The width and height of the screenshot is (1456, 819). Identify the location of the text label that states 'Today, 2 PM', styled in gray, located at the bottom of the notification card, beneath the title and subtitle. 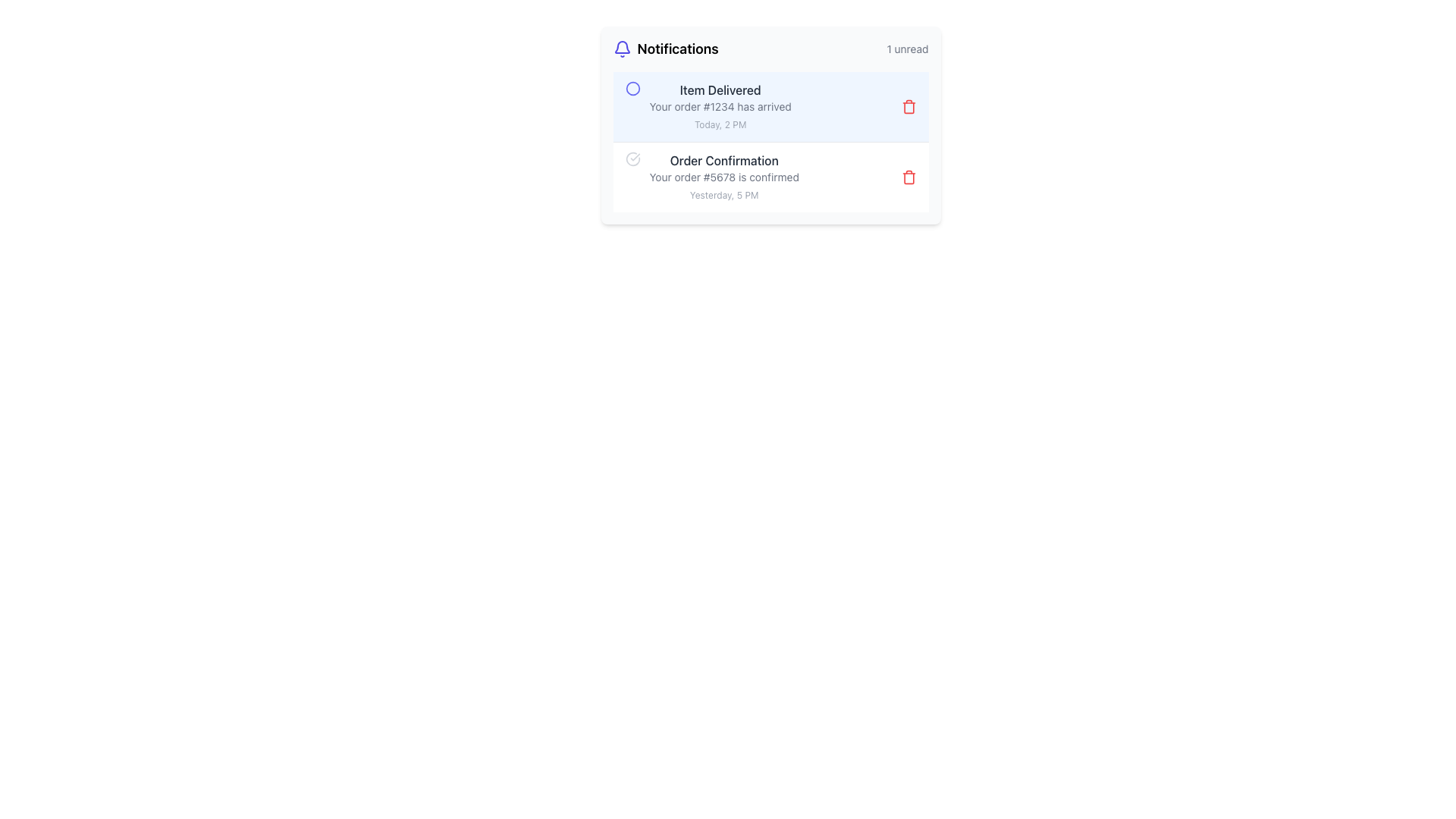
(720, 124).